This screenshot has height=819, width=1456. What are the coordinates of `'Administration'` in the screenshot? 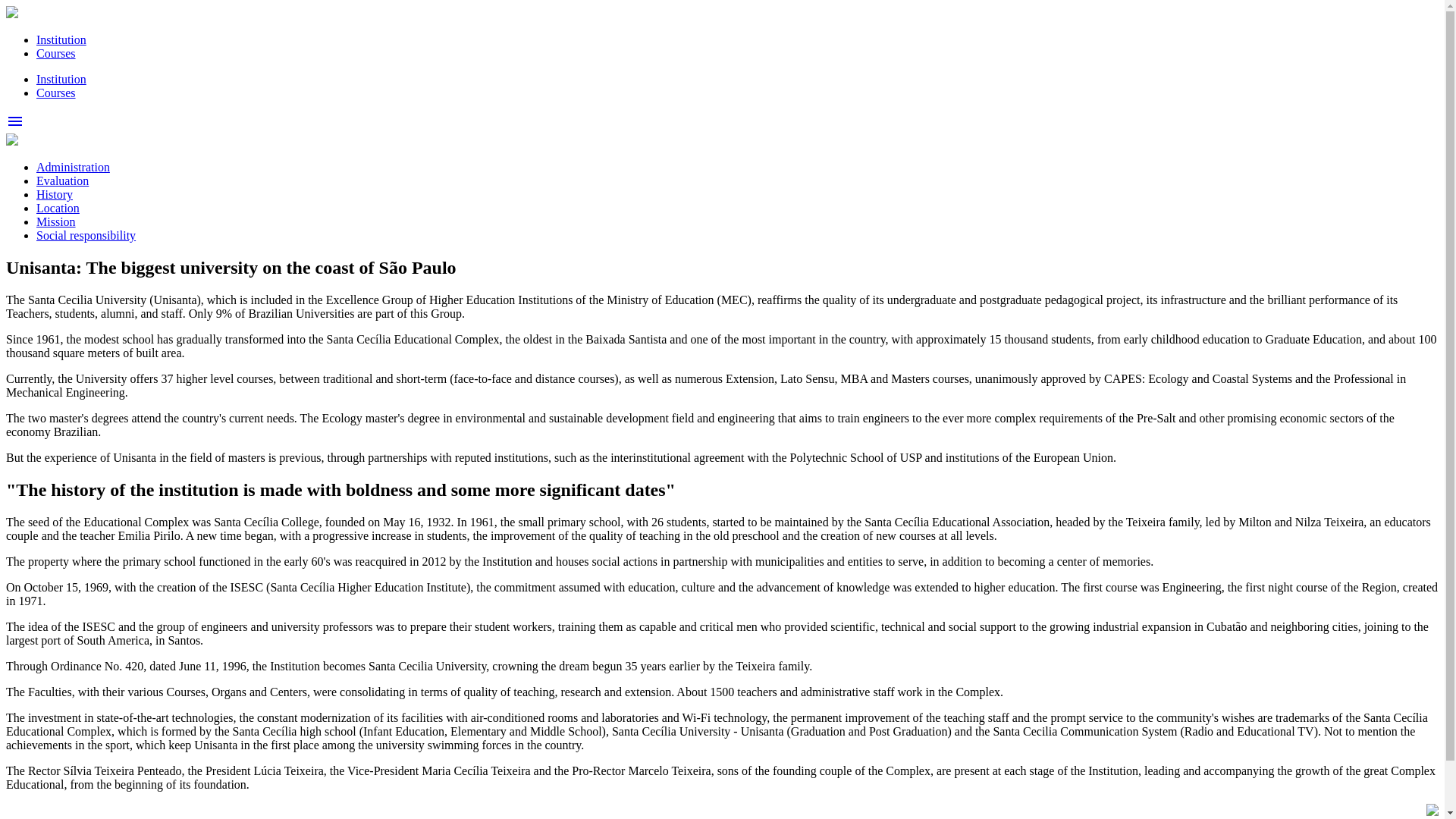 It's located at (72, 167).